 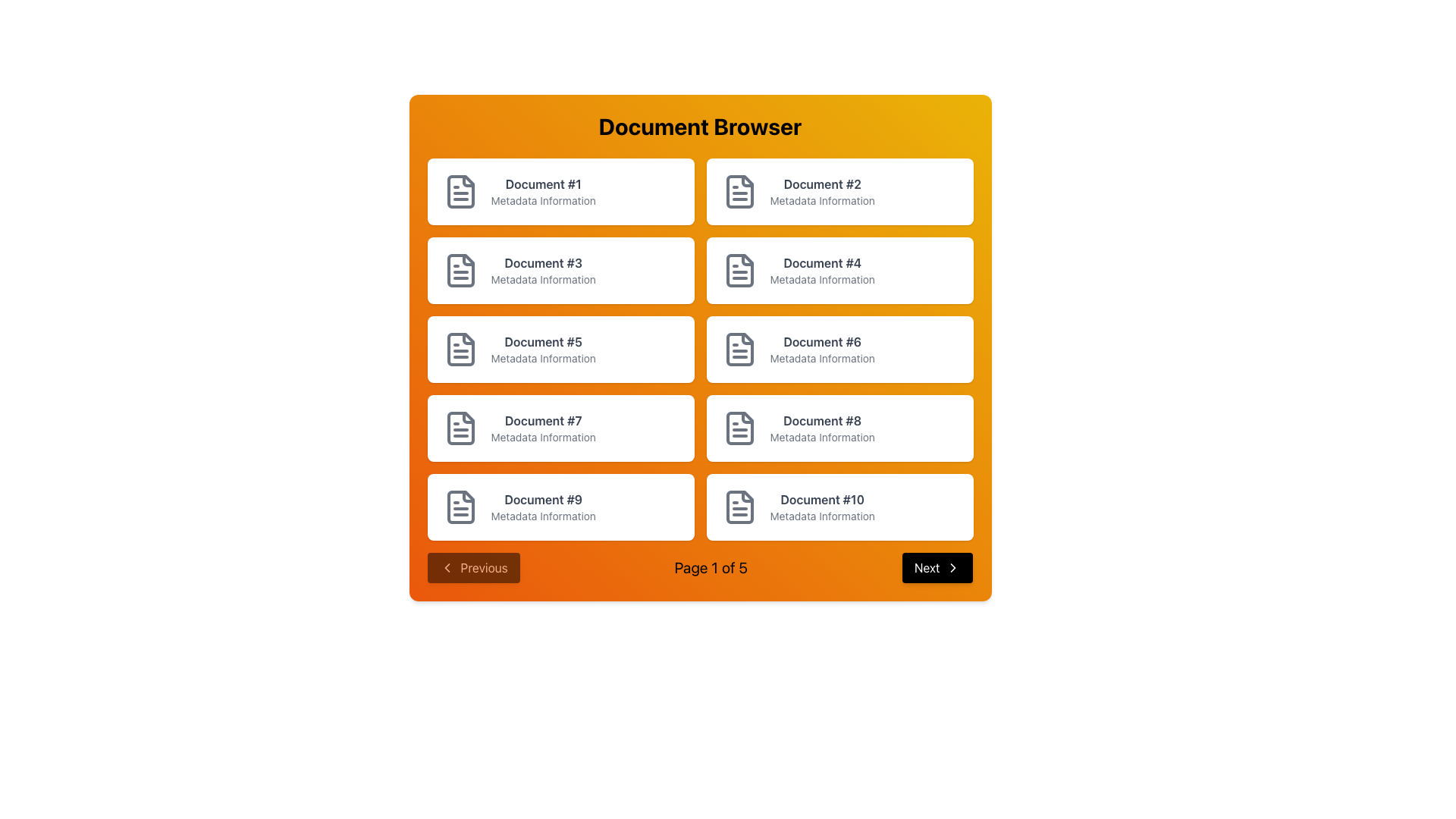 I want to click on the text label indicating the current page number within the pagination section at the bottom of the interface, positioned centrally between the 'Previous' and 'Next' buttons, so click(x=699, y=567).